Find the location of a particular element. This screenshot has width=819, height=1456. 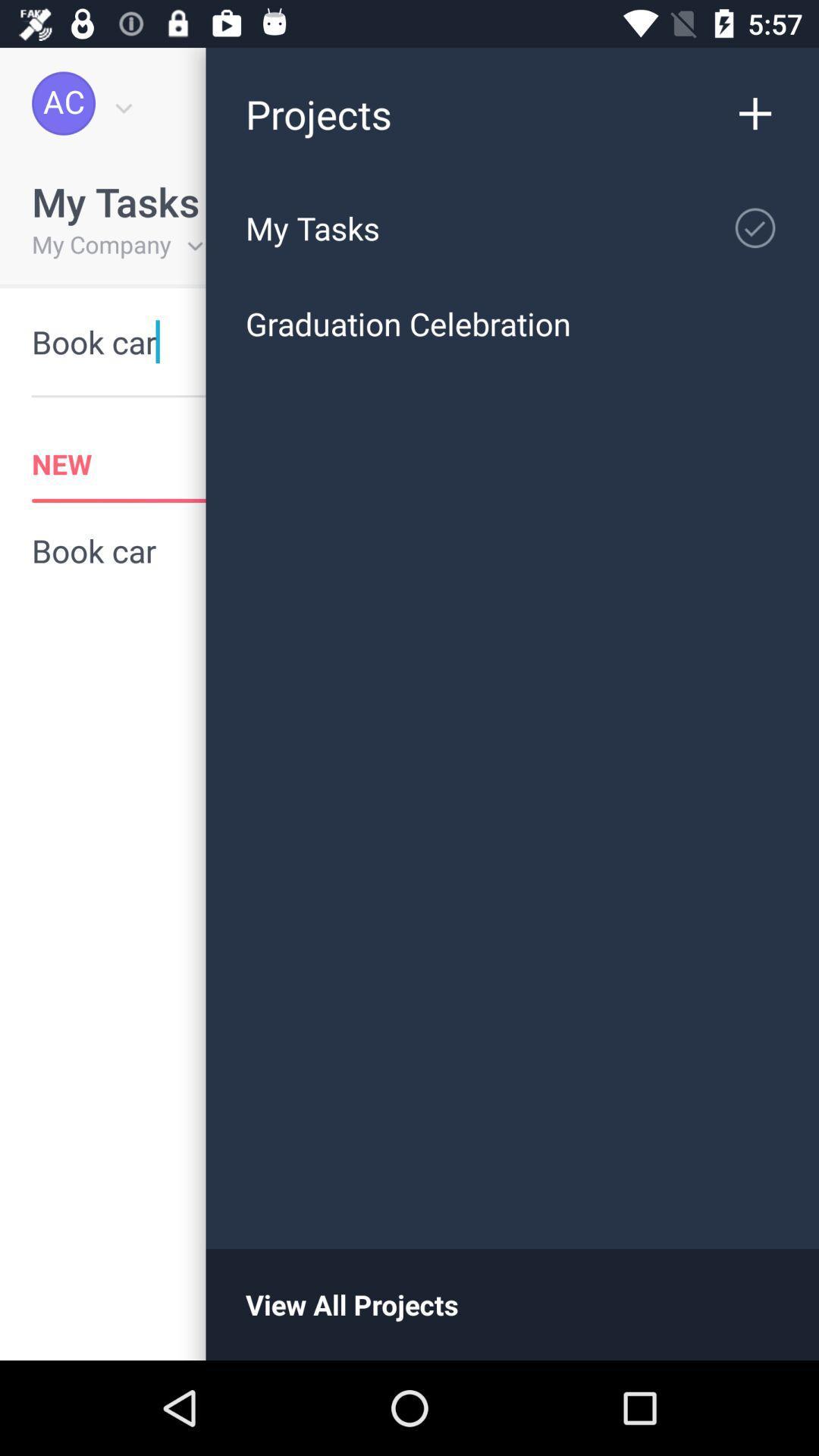

the check icon is located at coordinates (763, 221).